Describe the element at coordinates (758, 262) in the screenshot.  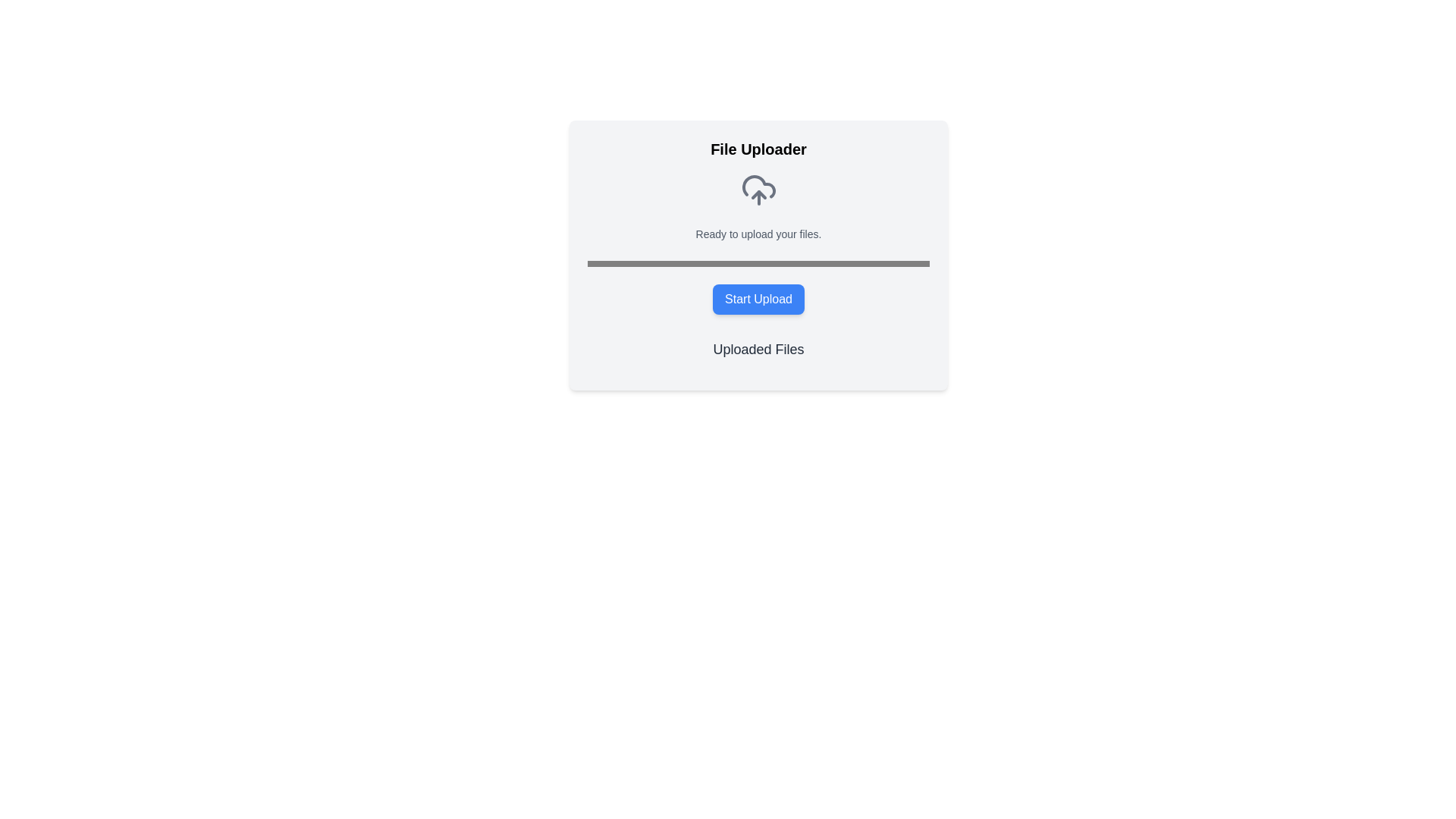
I see `the progress bar located below the text 'Ready to upload your files.' and above the 'Start Upload' button in the 'File Uploader' section, which currently indicates 0% completion` at that location.